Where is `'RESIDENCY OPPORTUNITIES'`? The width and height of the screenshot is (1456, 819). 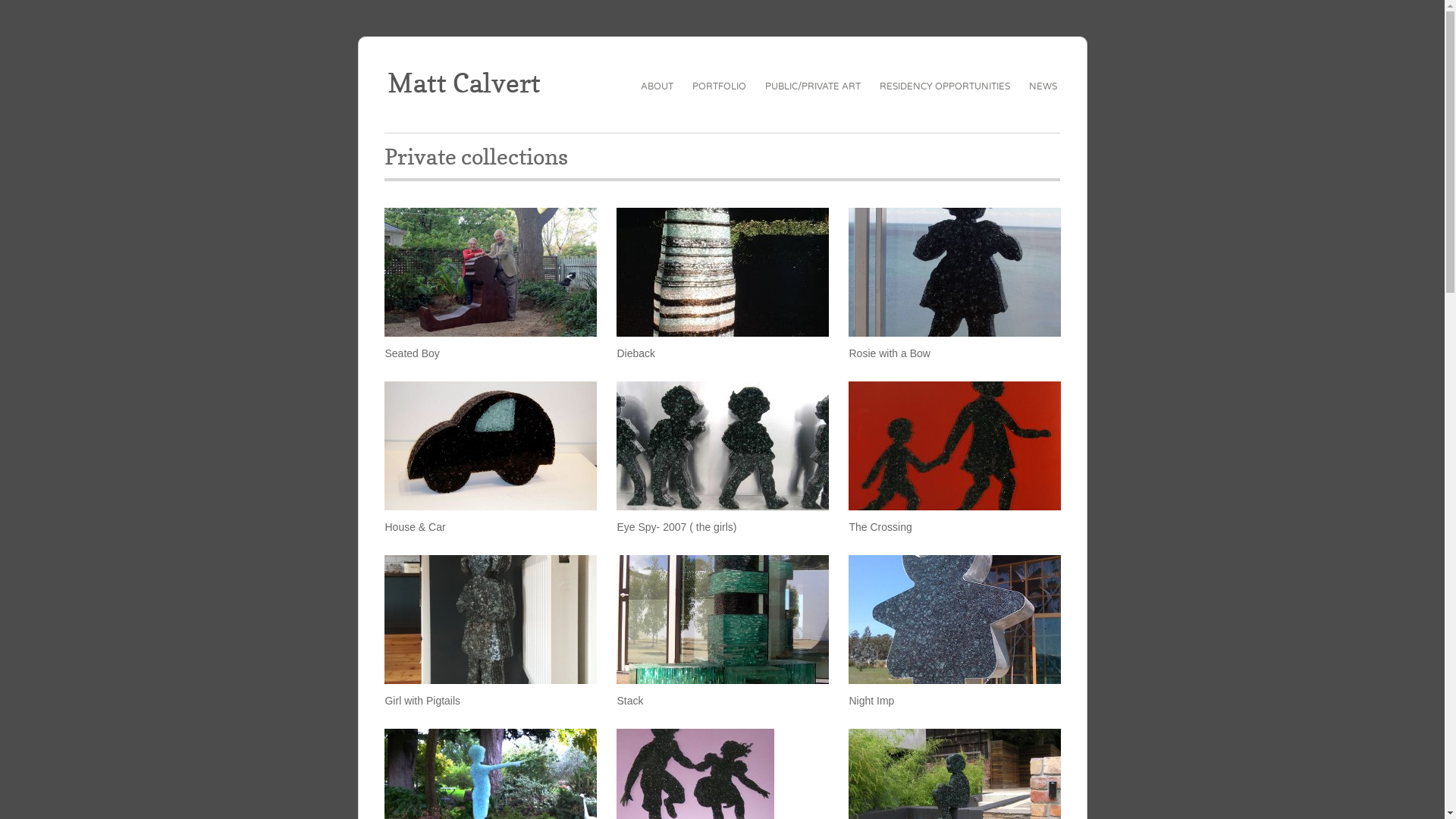 'RESIDENCY OPPORTUNITIES' is located at coordinates (944, 86).